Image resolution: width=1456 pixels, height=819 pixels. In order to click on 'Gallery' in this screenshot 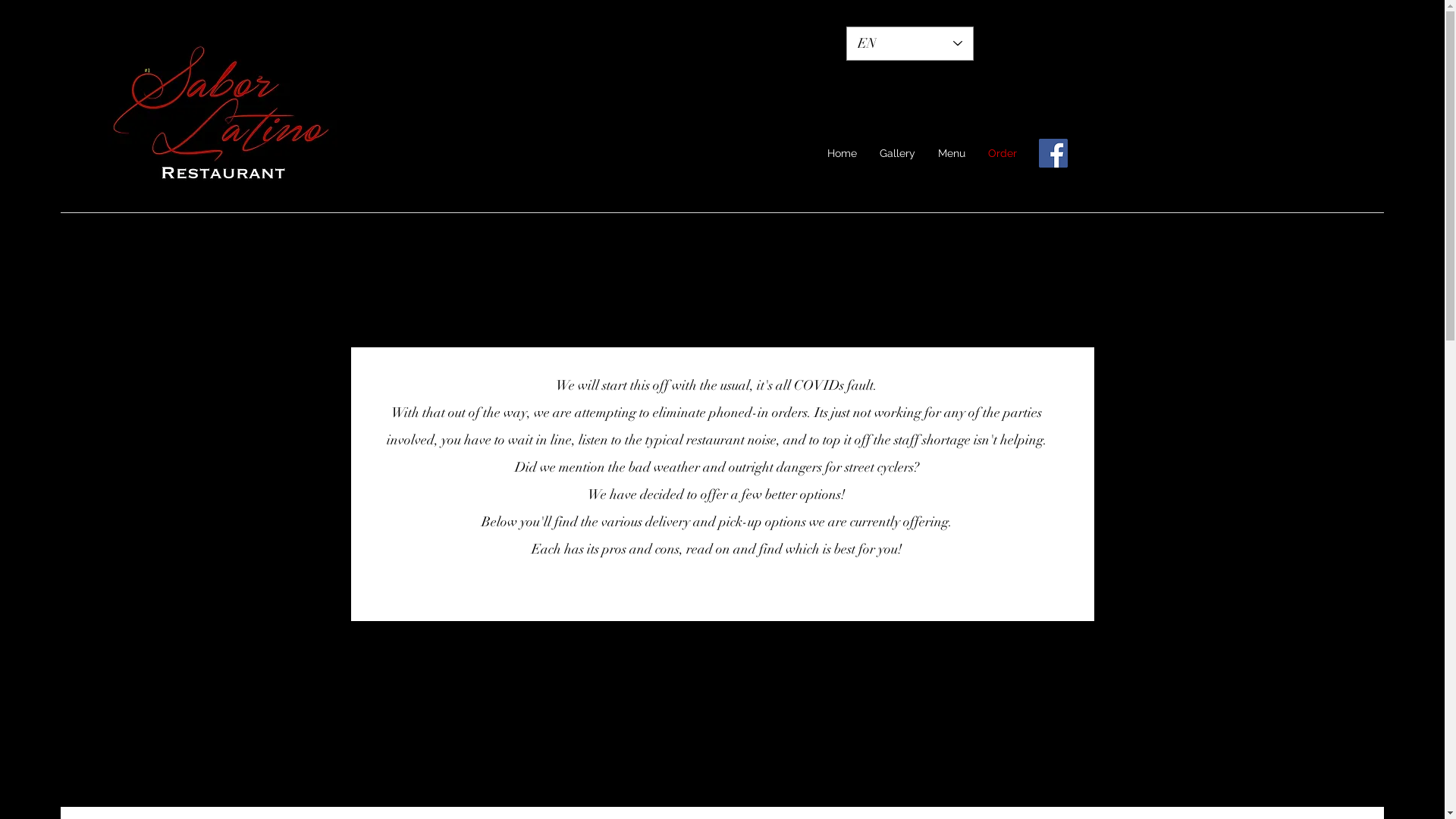, I will do `click(897, 153)`.